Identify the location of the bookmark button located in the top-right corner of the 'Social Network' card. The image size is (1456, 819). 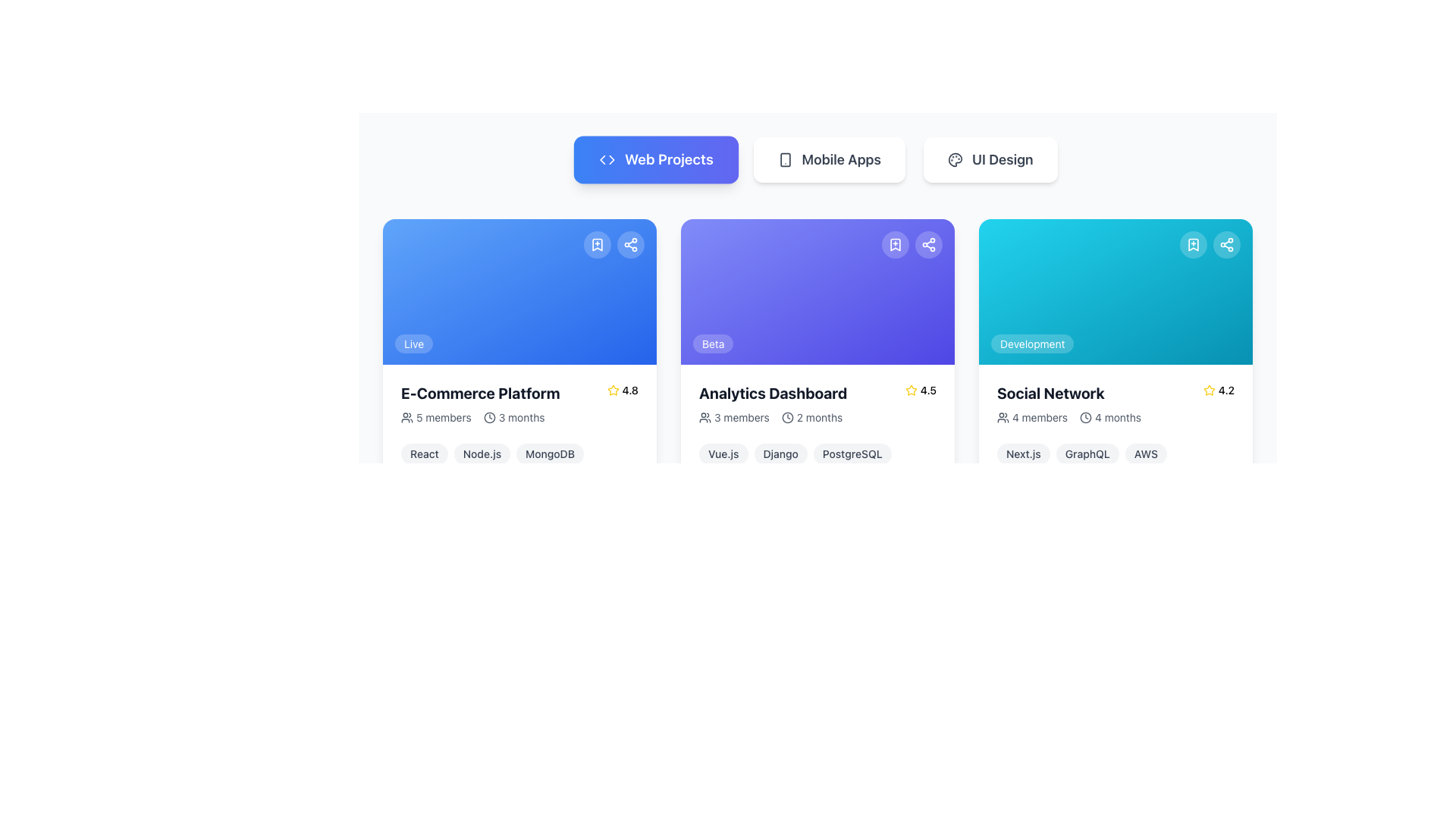
(1210, 244).